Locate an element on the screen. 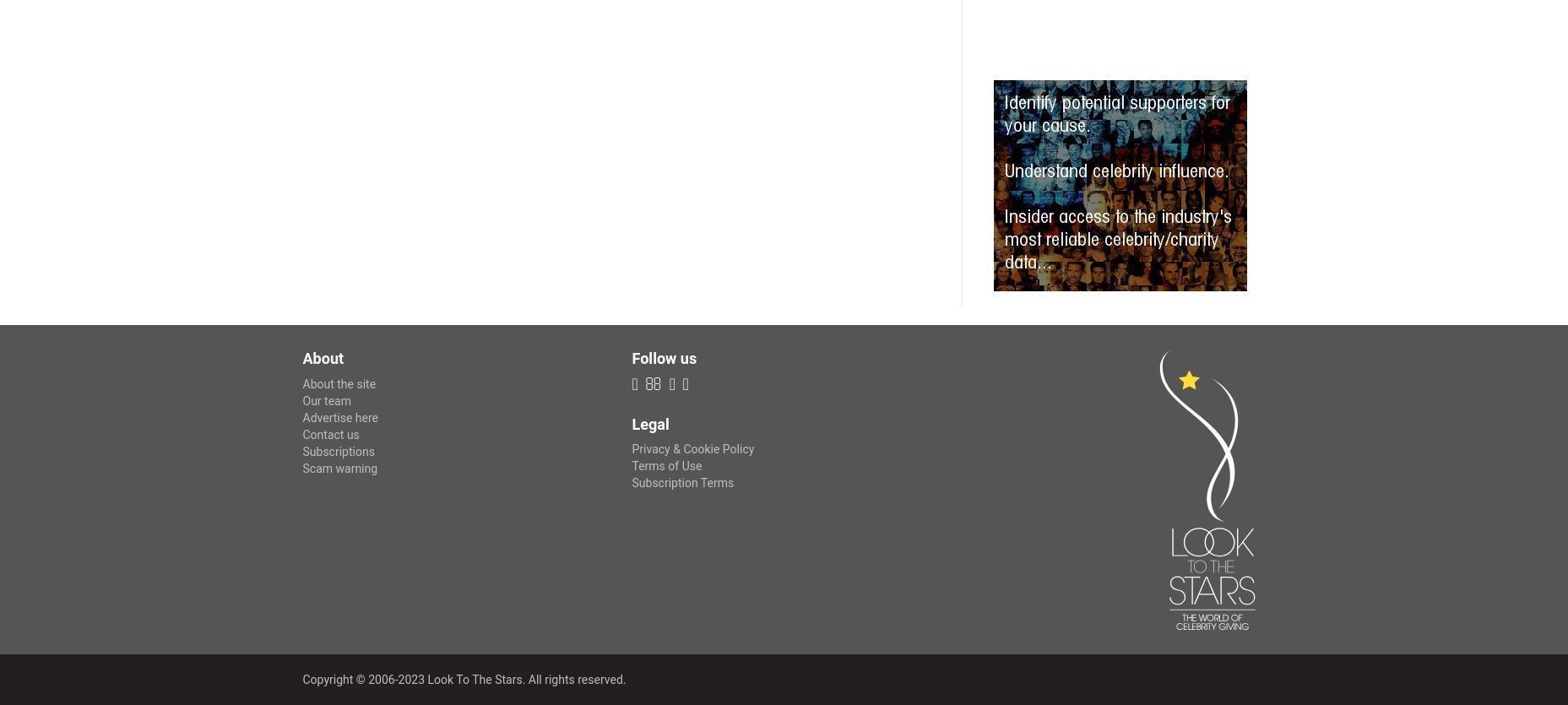 Image resolution: width=1568 pixels, height=705 pixels. 'Follow us' is located at coordinates (664, 356).